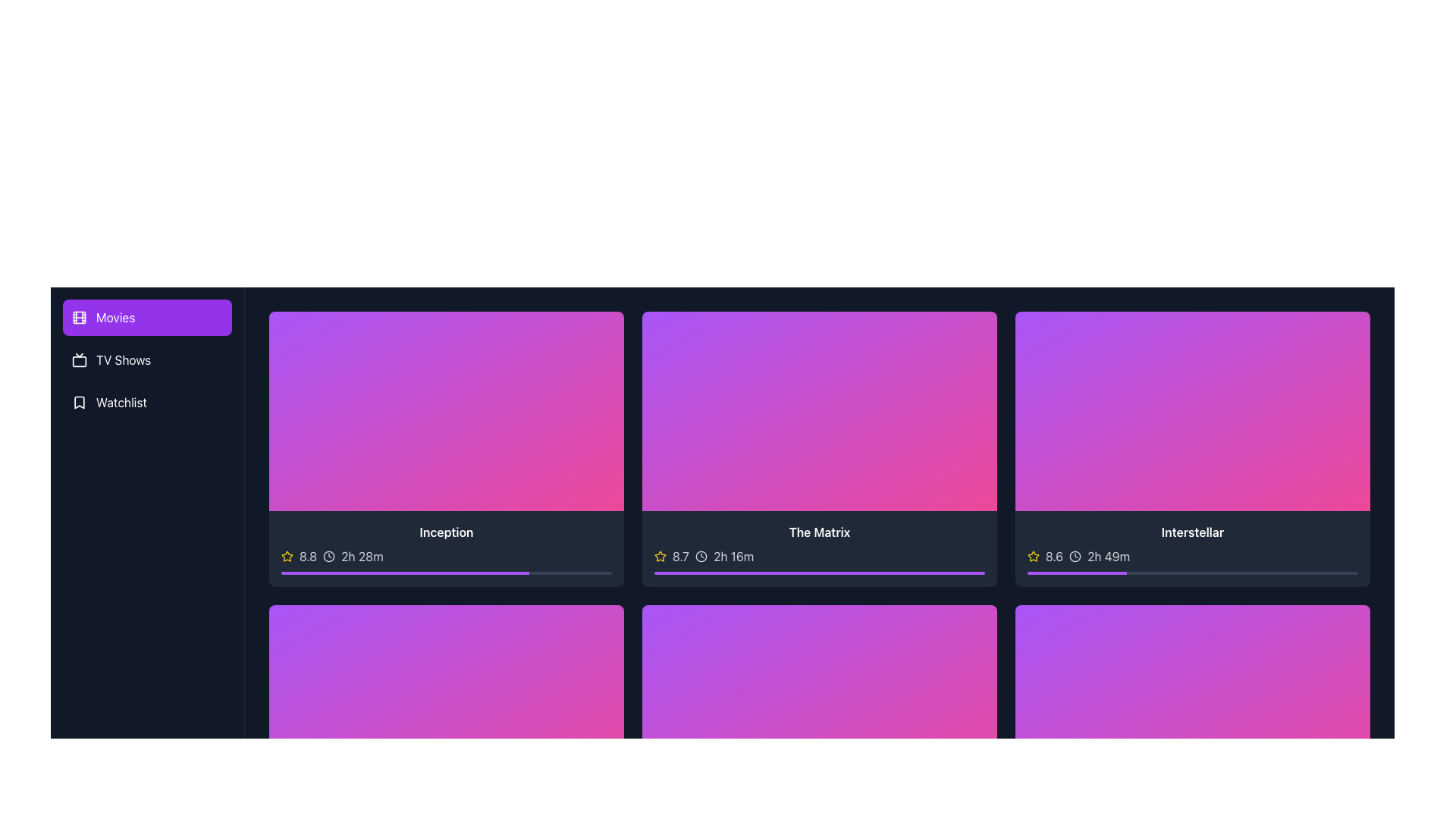  What do you see at coordinates (1075, 557) in the screenshot?
I see `the details of the circular part of the clock icon, which represents time-related information next to the rating or time information` at bounding box center [1075, 557].